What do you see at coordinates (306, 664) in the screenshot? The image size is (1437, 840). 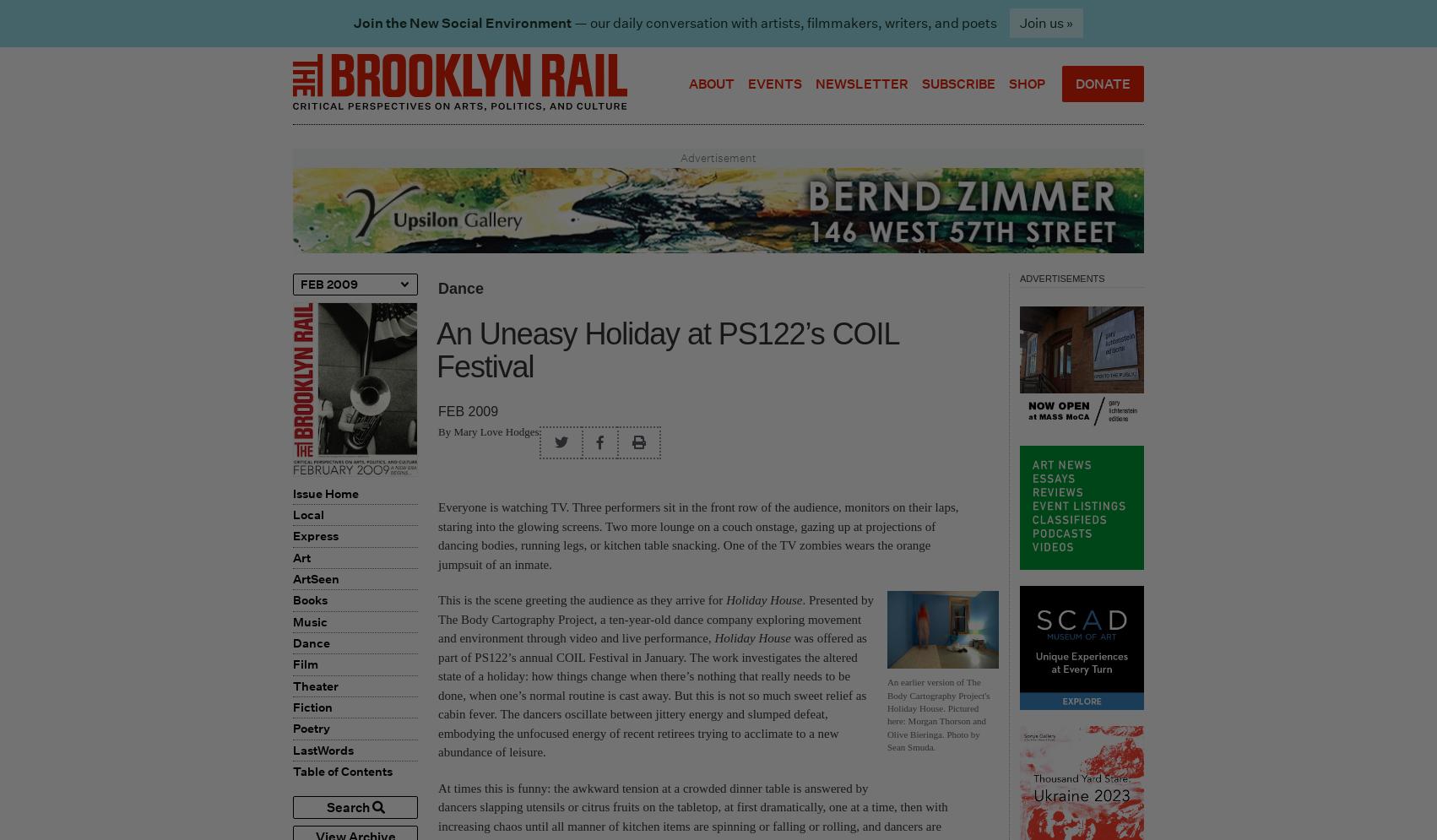 I see `'Film'` at bounding box center [306, 664].